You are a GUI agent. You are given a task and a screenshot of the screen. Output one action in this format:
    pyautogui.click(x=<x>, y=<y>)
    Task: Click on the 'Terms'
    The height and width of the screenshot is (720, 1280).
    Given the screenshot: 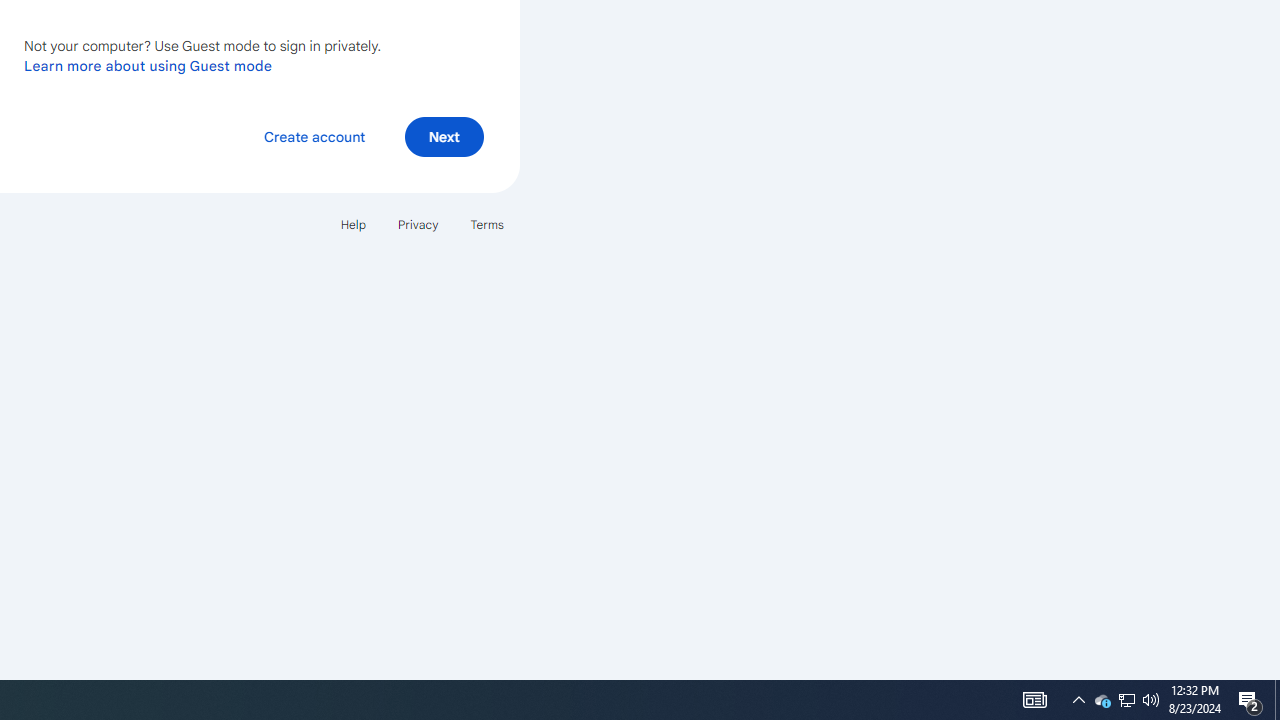 What is the action you would take?
    pyautogui.click(x=487, y=224)
    